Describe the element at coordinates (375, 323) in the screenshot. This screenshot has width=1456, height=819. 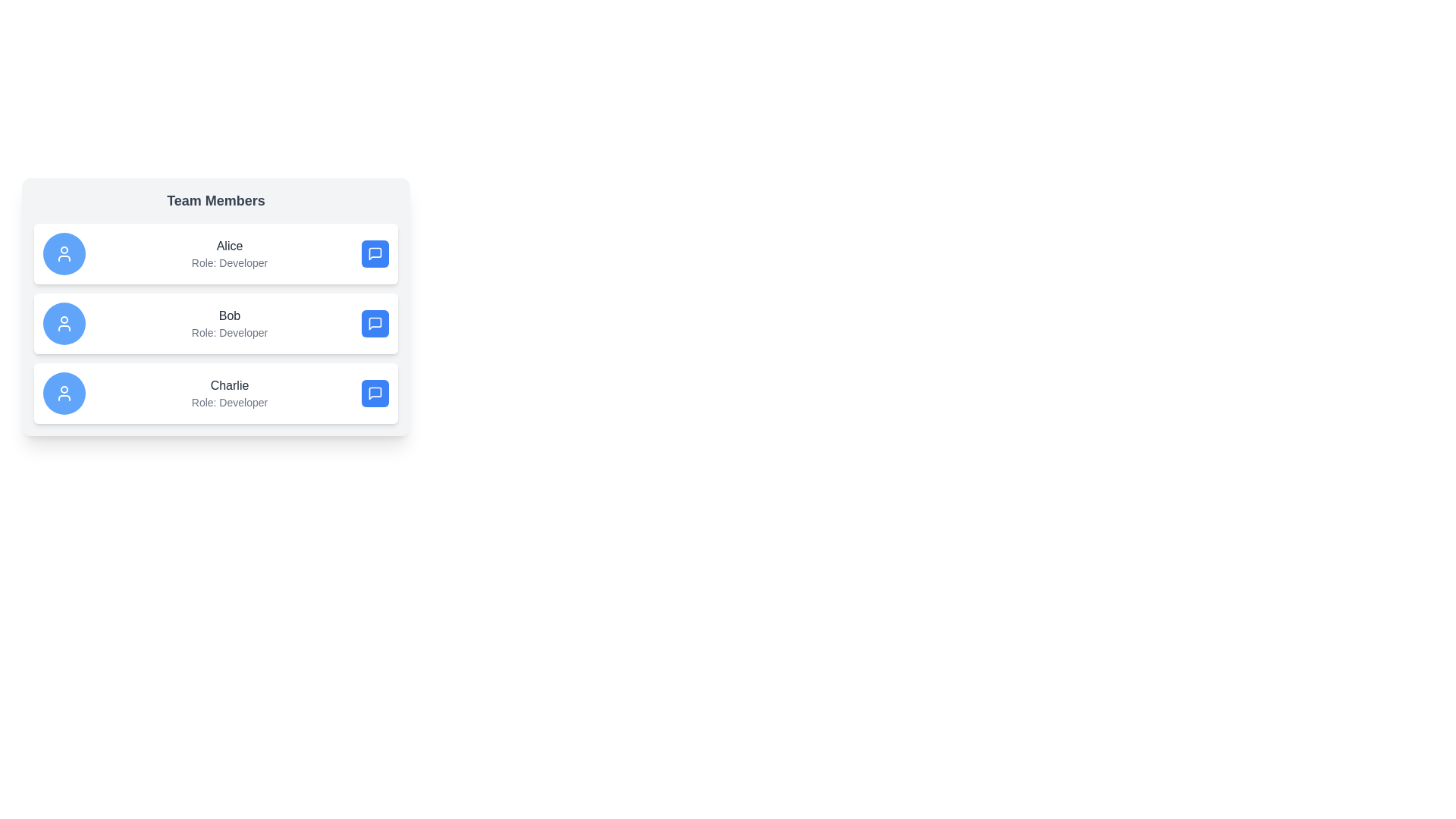
I see `the speech bubble icon associated with the team member 'Bob' in the 'Team Members' section using keyboard navigation for accessibility` at that location.